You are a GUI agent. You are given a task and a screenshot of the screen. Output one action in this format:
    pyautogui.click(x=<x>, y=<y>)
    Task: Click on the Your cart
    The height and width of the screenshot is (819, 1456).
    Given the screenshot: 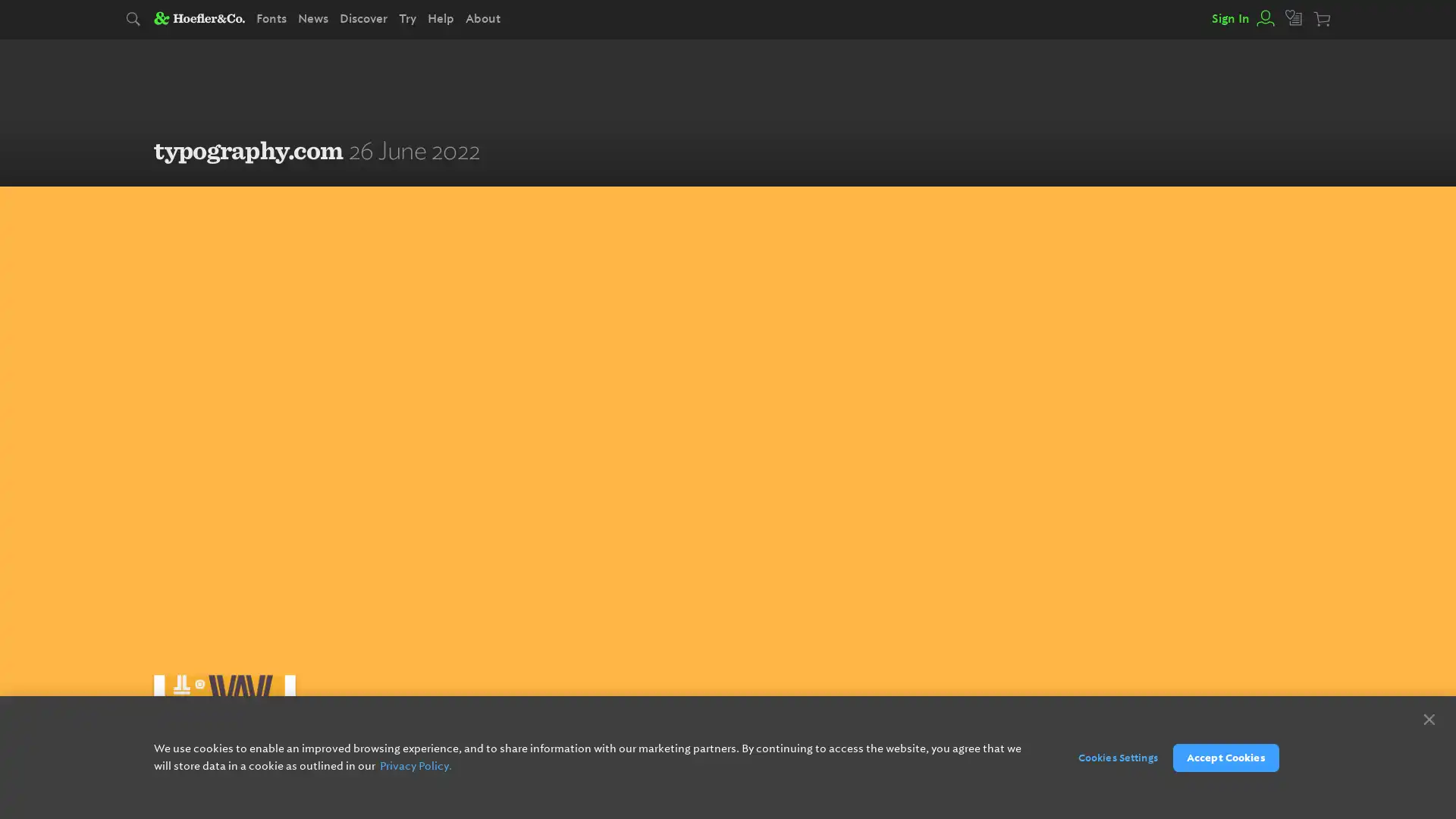 What is the action you would take?
    pyautogui.click(x=1323, y=20)
    